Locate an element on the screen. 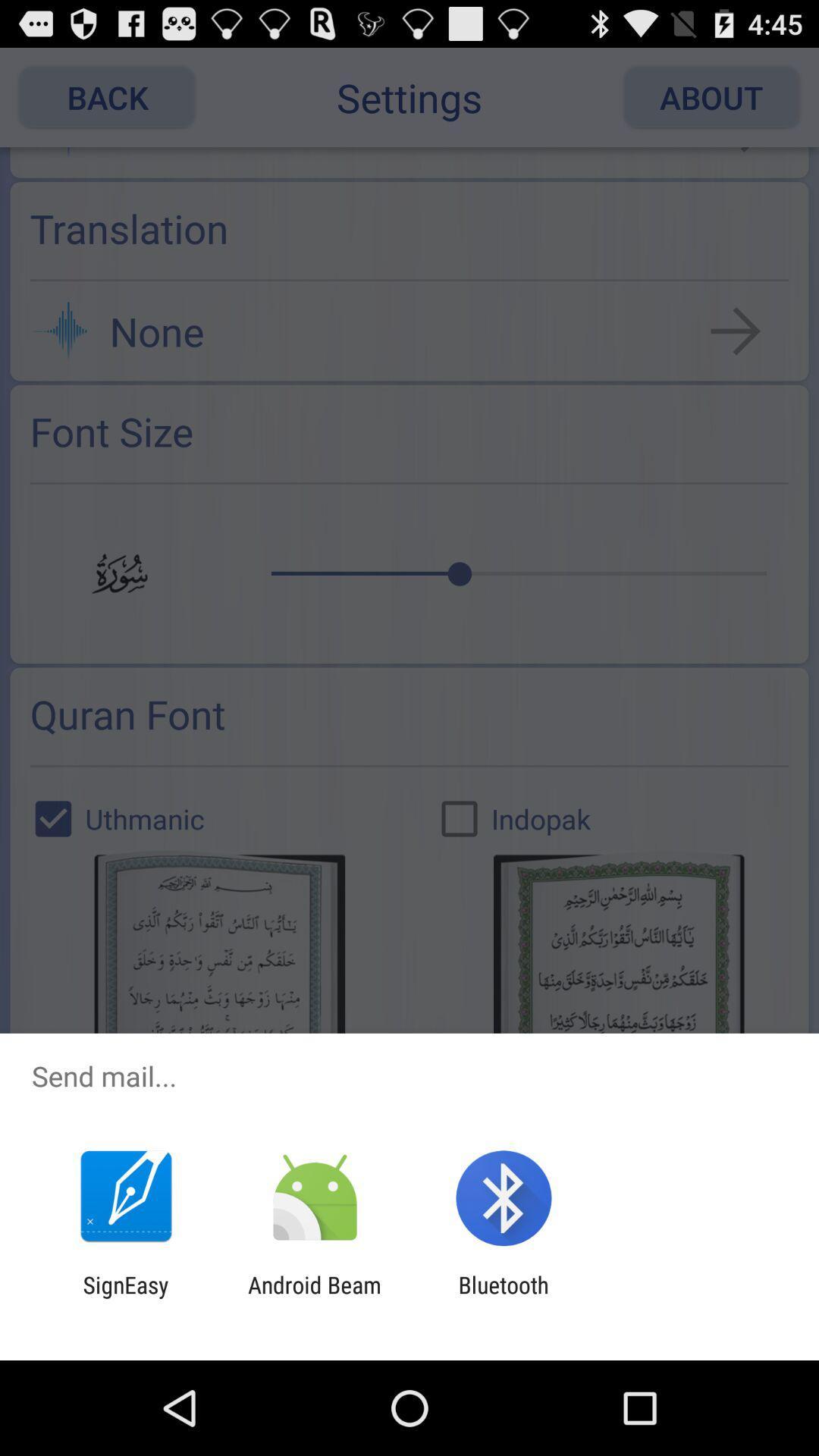 Image resolution: width=819 pixels, height=1456 pixels. the icon to the right of the android beam item is located at coordinates (504, 1298).